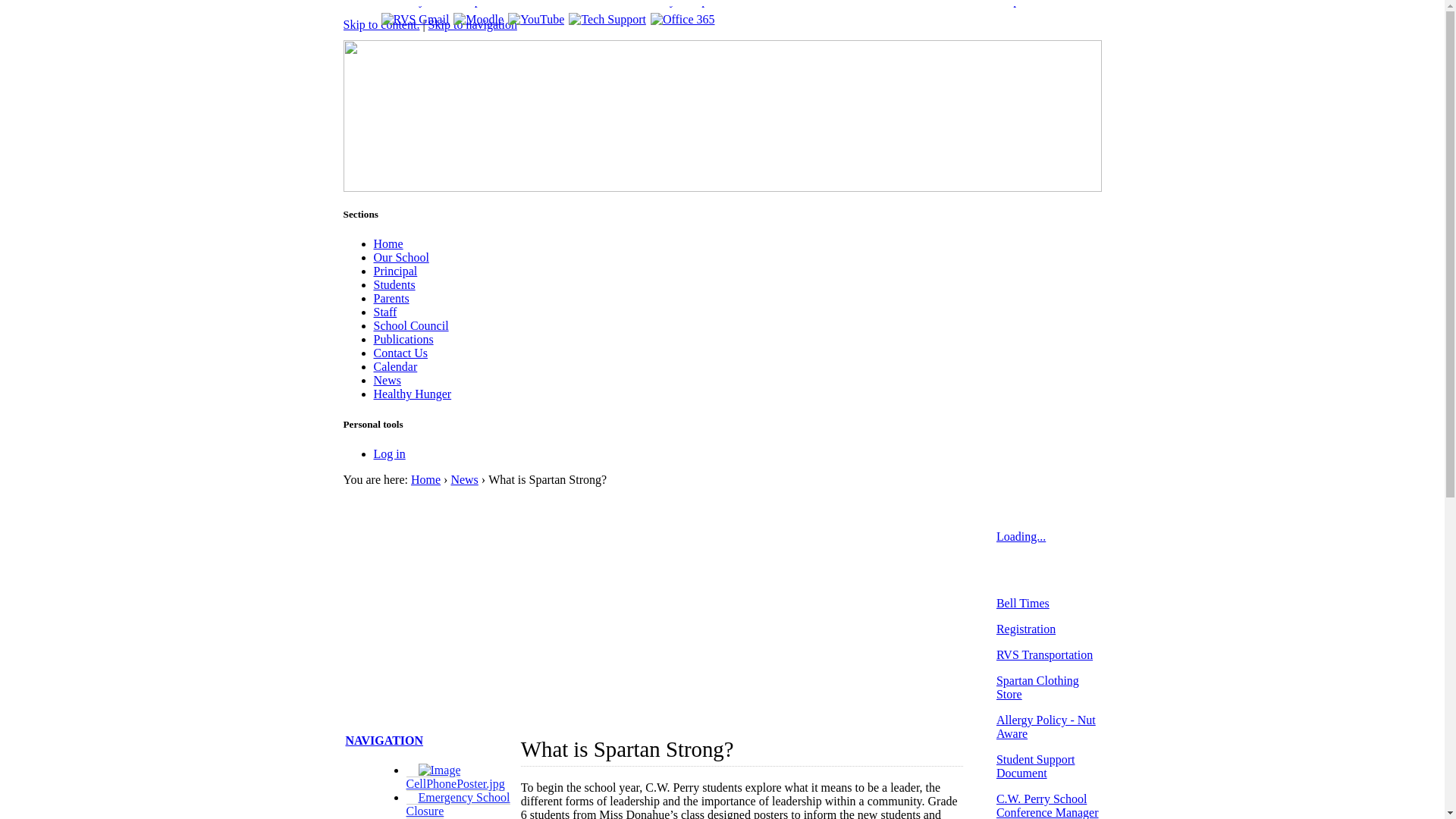 Image resolution: width=1456 pixels, height=819 pixels. Describe the element at coordinates (372, 353) in the screenshot. I see `'Contact Us'` at that location.